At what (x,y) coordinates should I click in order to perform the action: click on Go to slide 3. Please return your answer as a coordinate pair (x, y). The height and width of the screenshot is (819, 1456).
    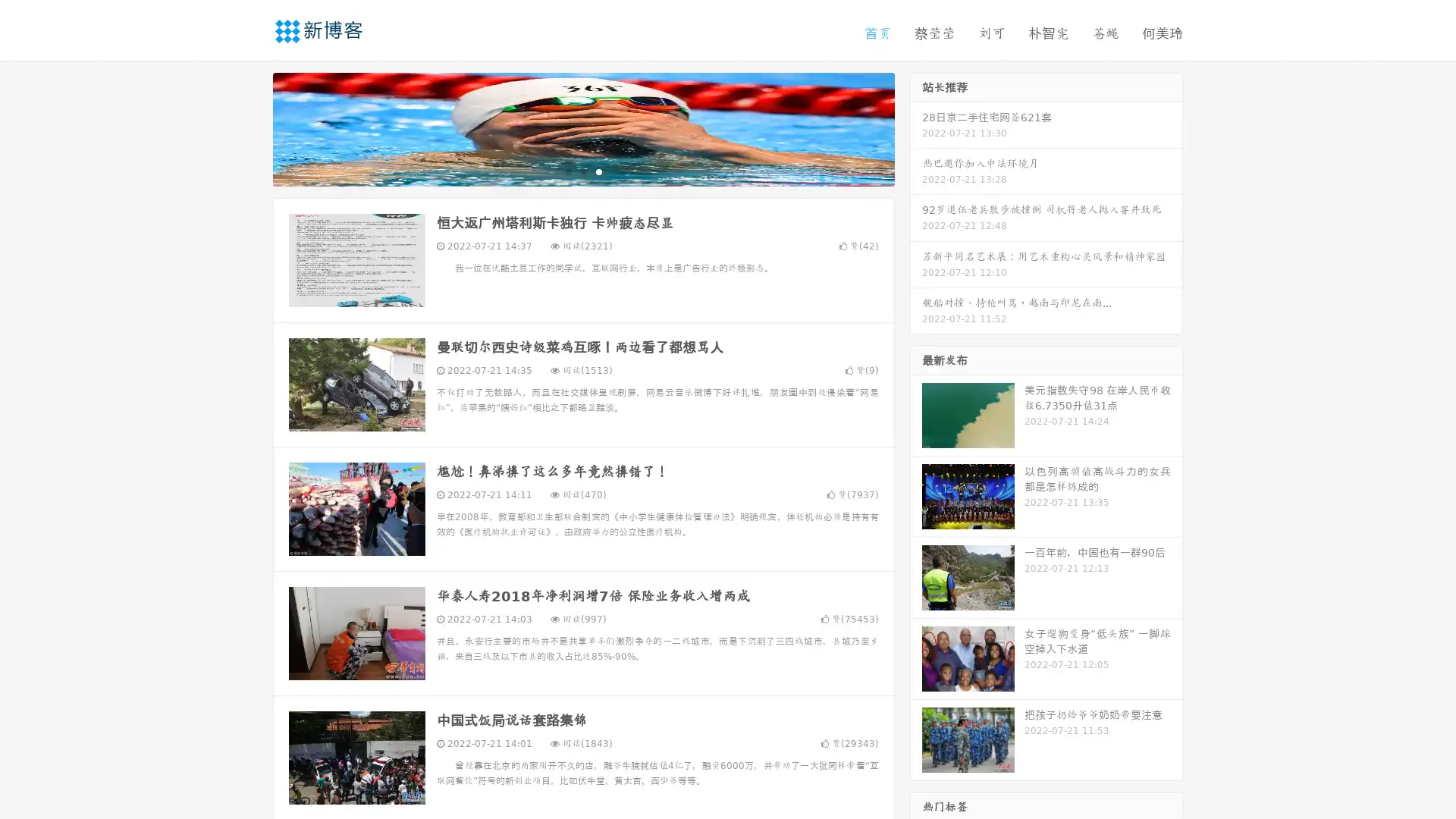
    Looking at the image, I should click on (598, 171).